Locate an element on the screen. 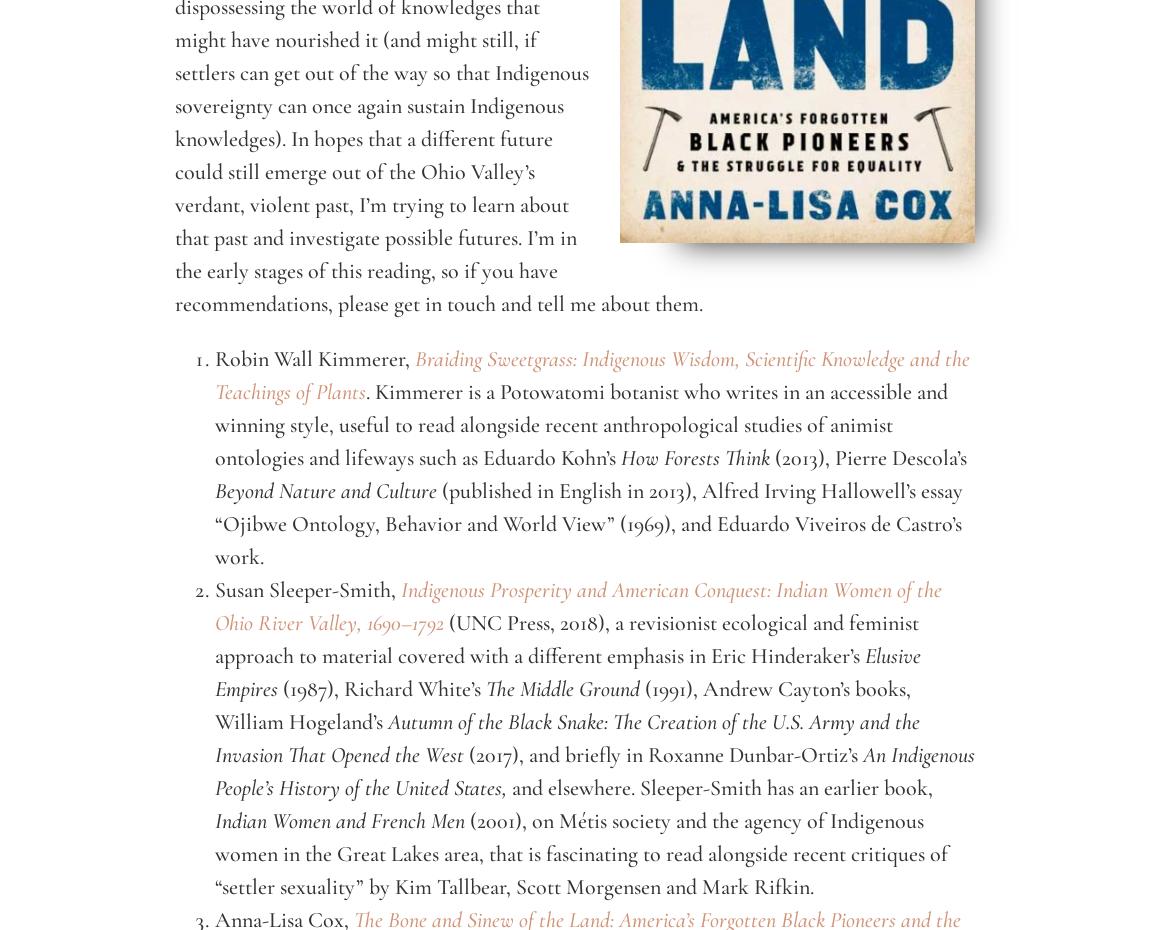 The width and height of the screenshot is (1150, 930). 'The Middle Ground' is located at coordinates (485, 688).